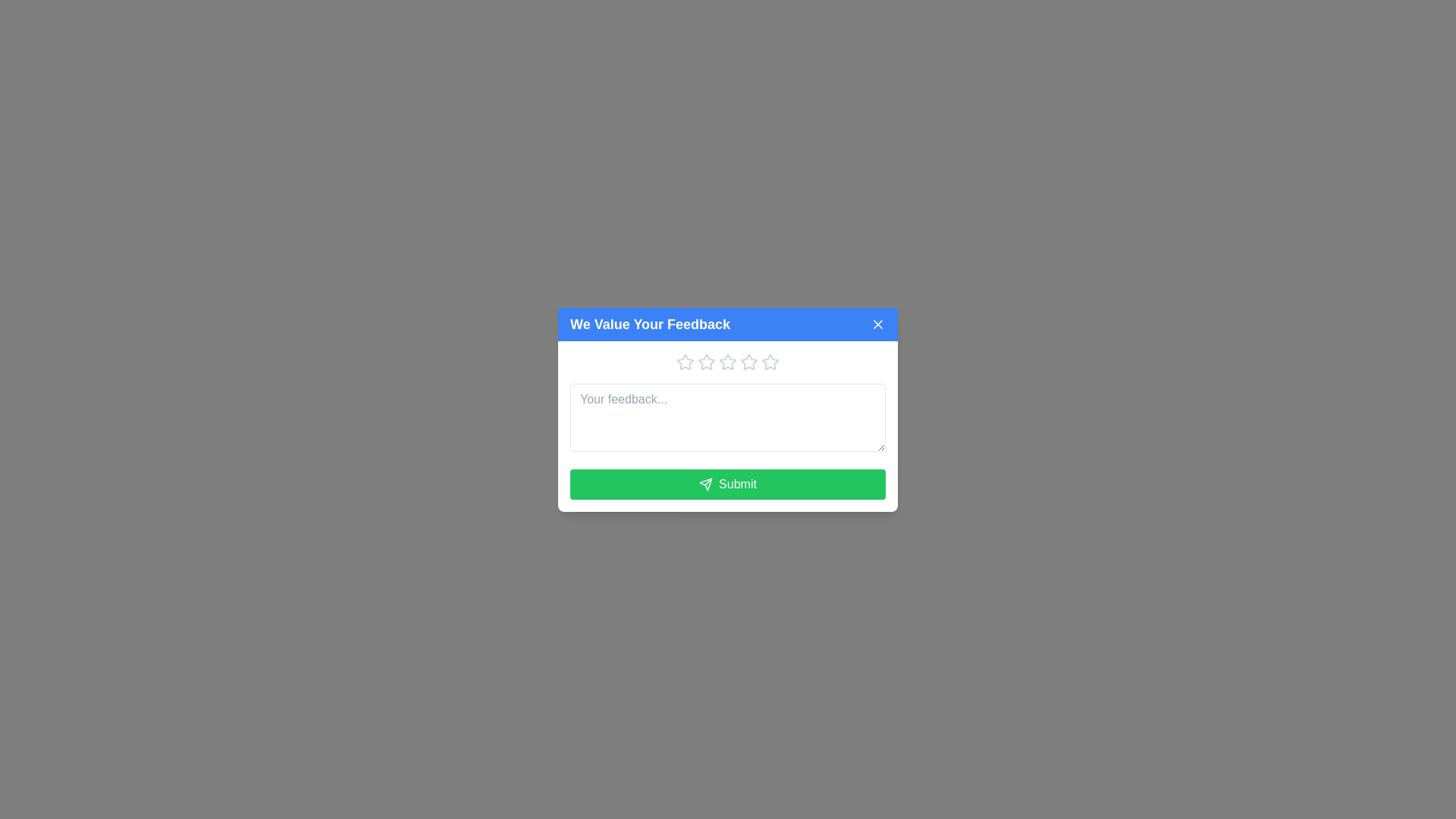  Describe the element at coordinates (705, 362) in the screenshot. I see `the second rating button in the series of five buttons within the 'We Value Your Feedback' box for accessibility navigation` at that location.